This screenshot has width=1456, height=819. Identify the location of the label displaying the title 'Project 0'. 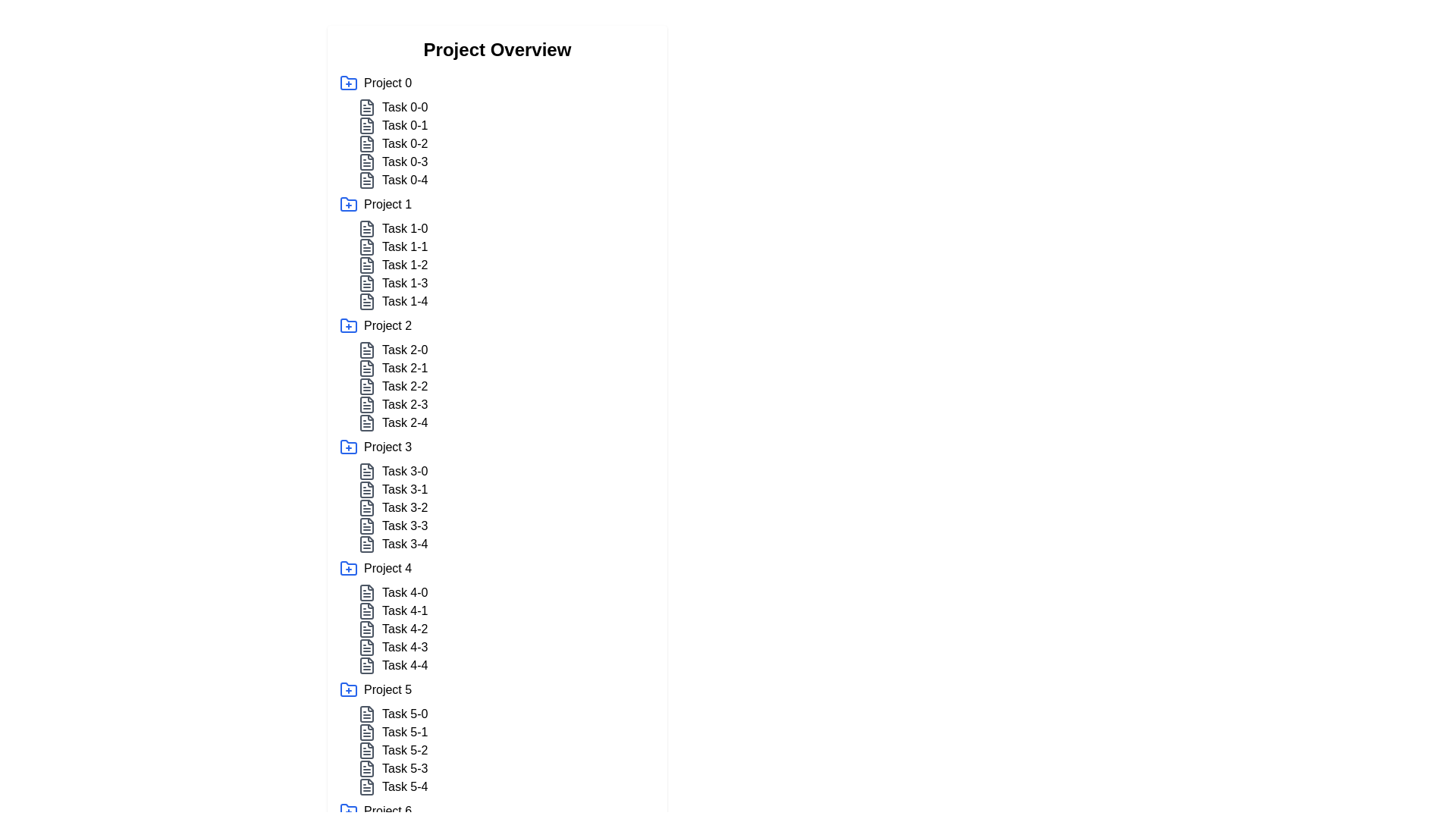
(388, 83).